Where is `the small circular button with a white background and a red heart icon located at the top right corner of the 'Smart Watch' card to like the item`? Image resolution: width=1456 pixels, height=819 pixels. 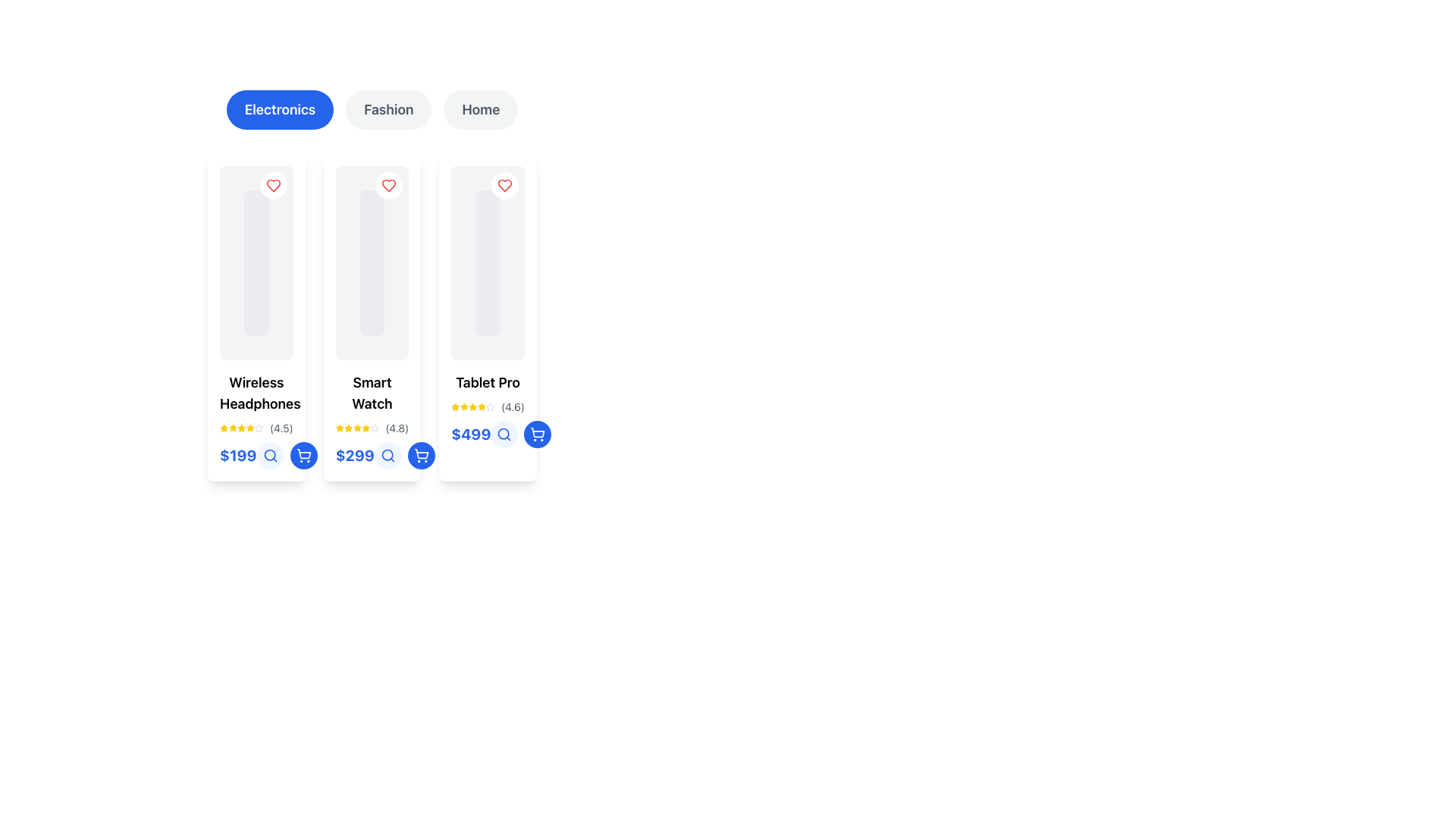 the small circular button with a white background and a red heart icon located at the top right corner of the 'Smart Watch' card to like the item is located at coordinates (389, 185).